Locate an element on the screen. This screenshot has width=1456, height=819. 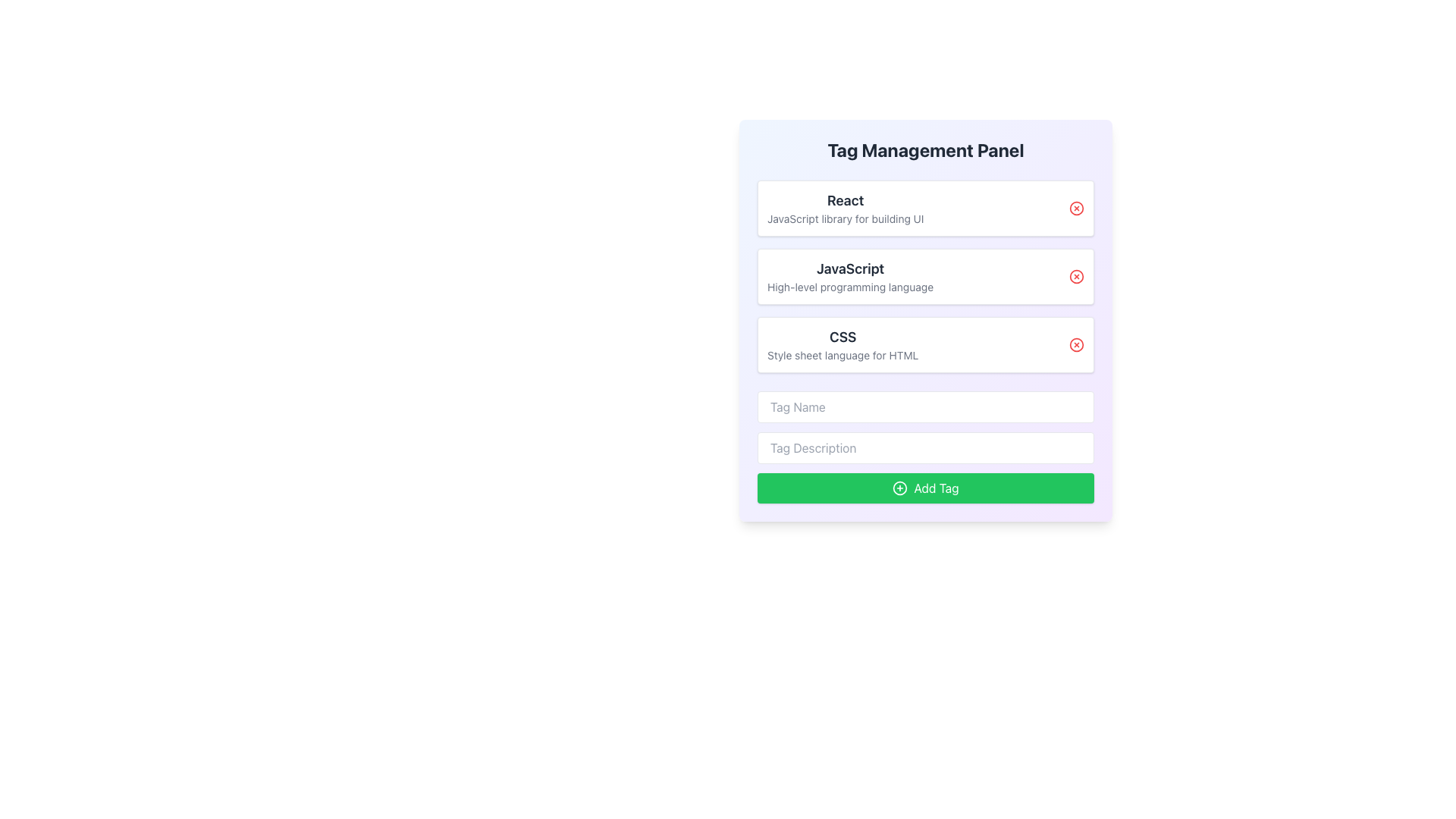
the 'Add Tag' button that contains the icon representing the addition or creation action, located at the bottom of the interface, to the left of the text 'Add Tag' is located at coordinates (900, 488).